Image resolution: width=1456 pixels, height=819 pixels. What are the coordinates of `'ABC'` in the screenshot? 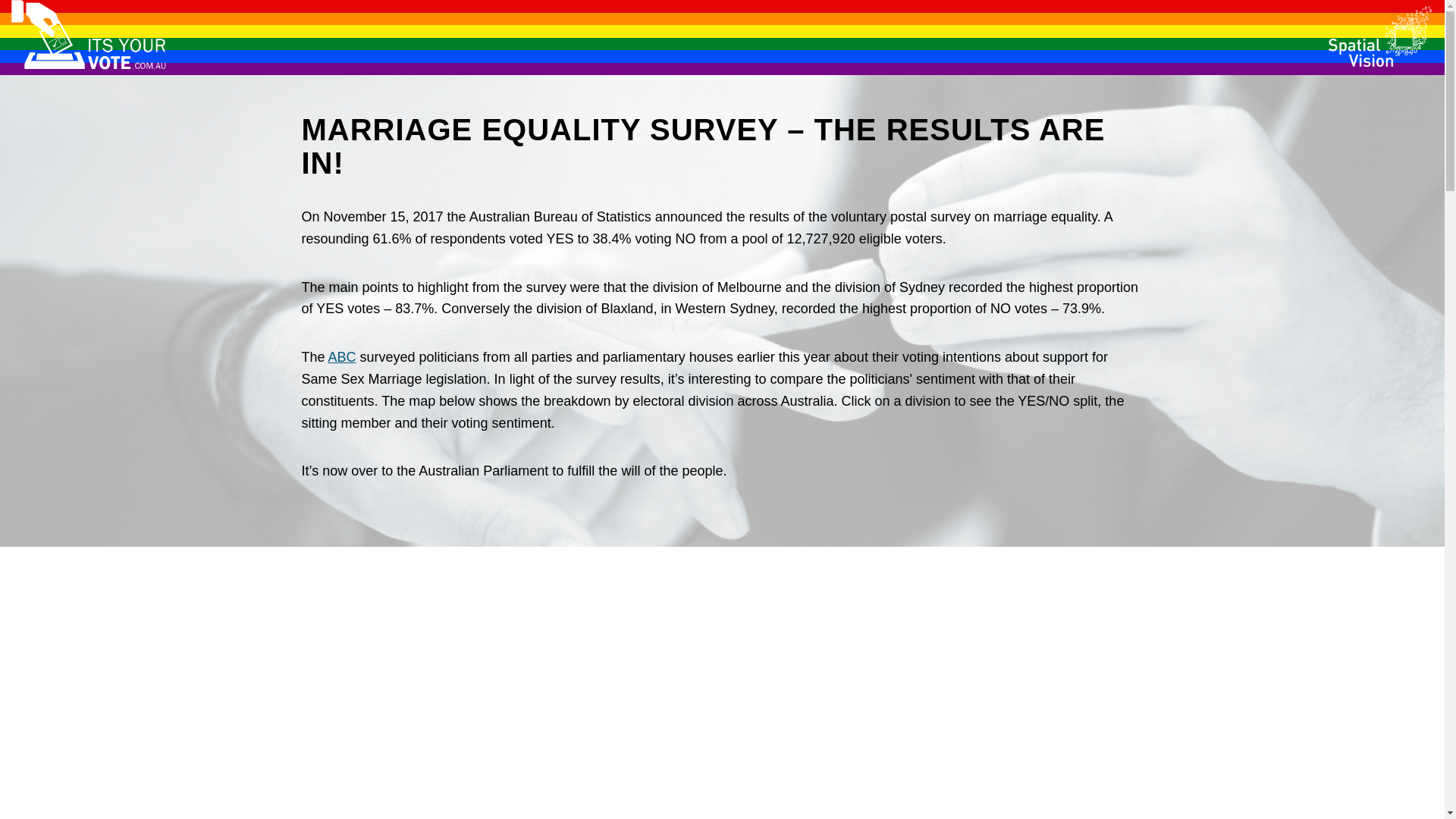 It's located at (341, 356).